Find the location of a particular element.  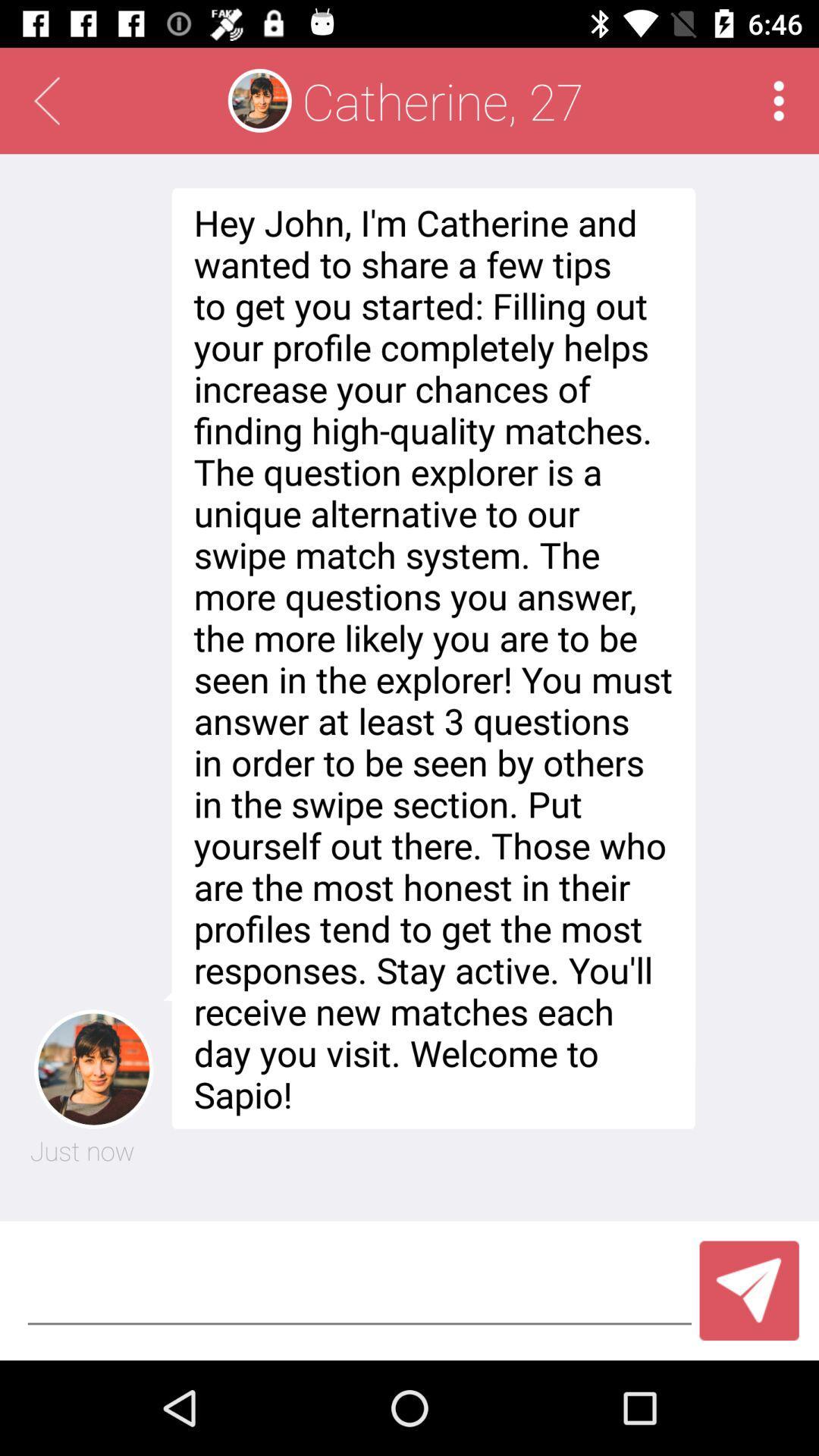

item next to the catherine, 27 is located at coordinates (779, 100).